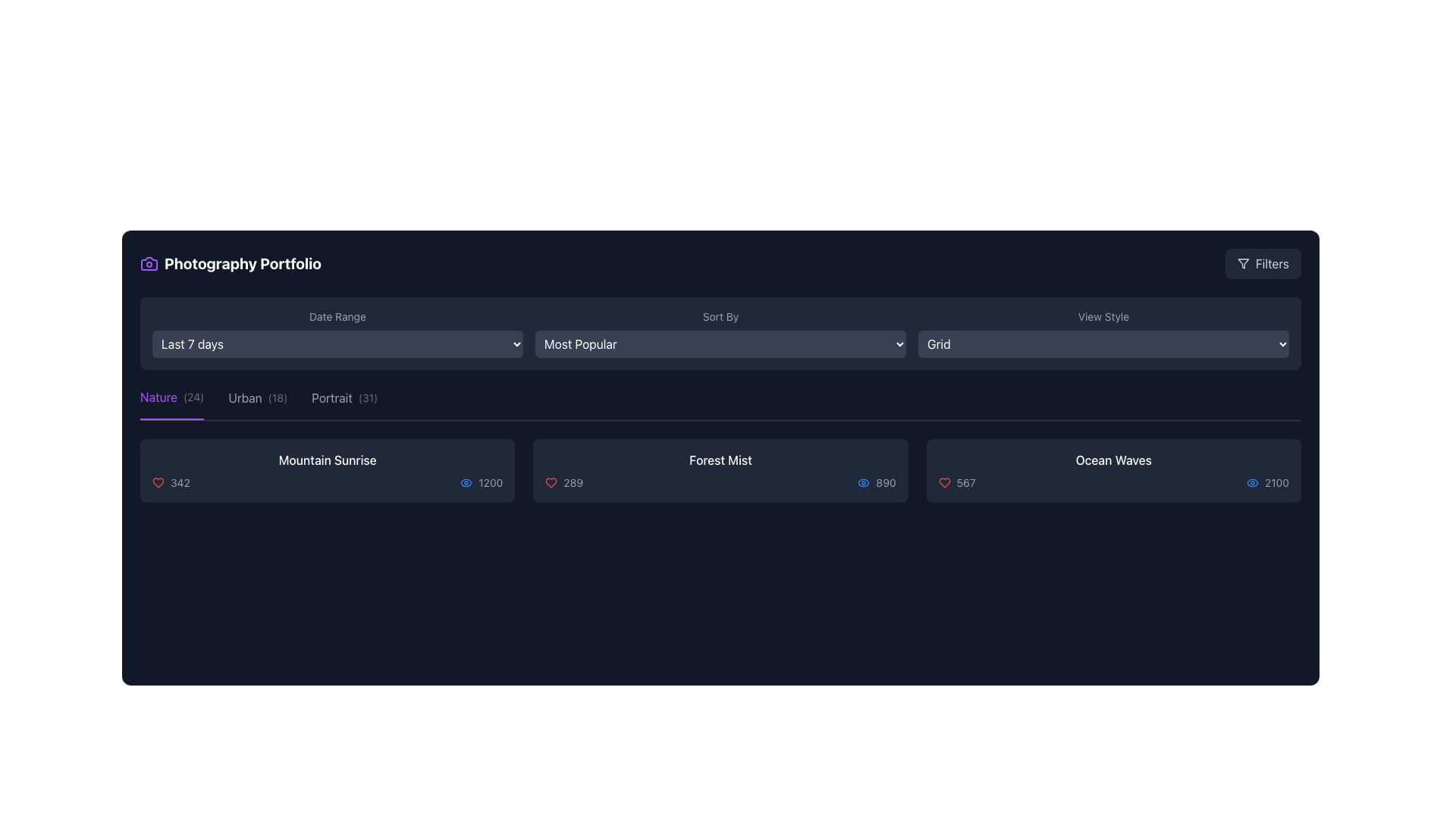 The width and height of the screenshot is (1456, 819). Describe the element at coordinates (337, 315) in the screenshot. I see `the static text label that describes the dropdown menu for date ranges, located under the 'Photography Portfolio' header` at that location.